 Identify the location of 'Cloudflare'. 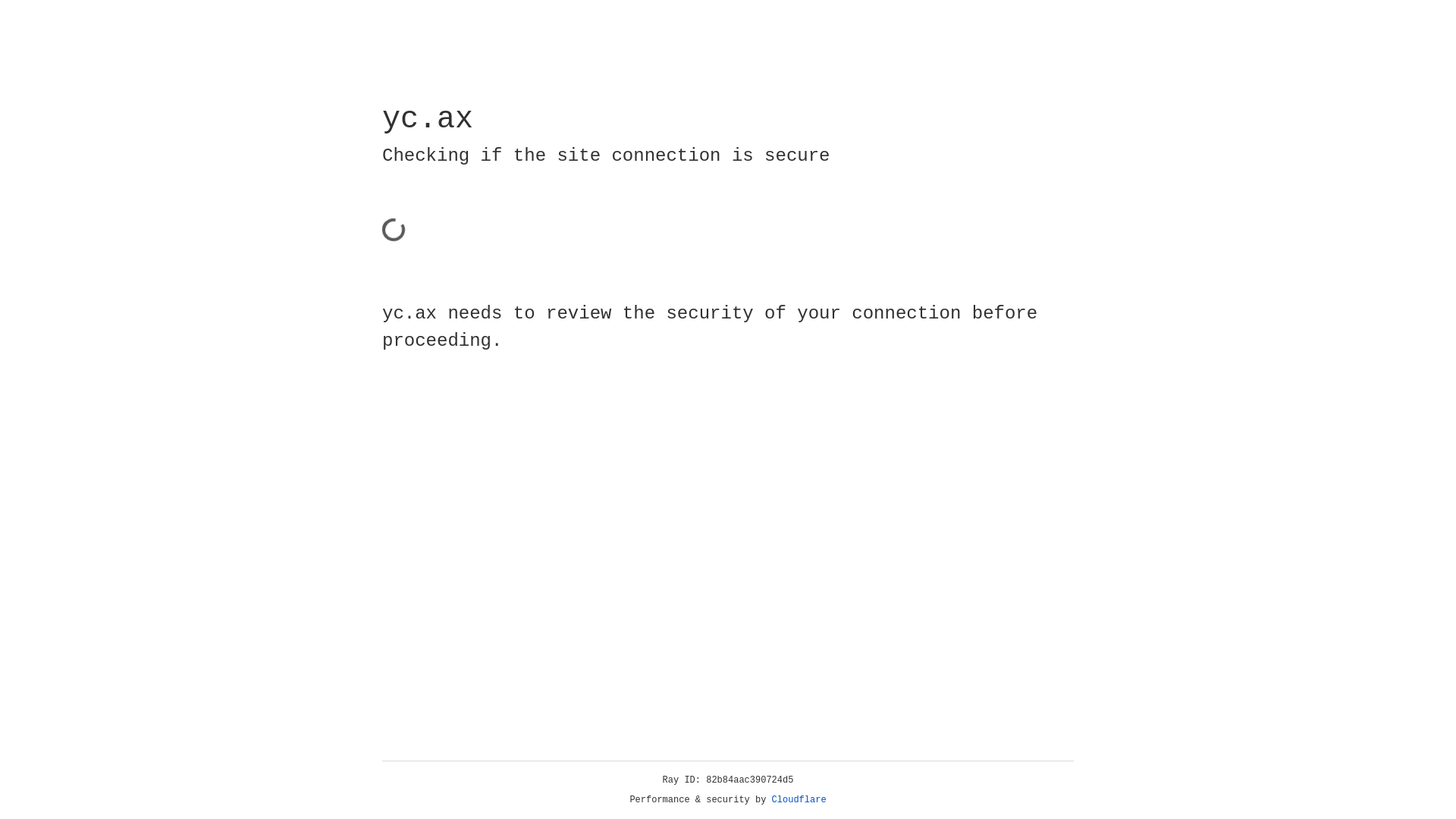
(799, 799).